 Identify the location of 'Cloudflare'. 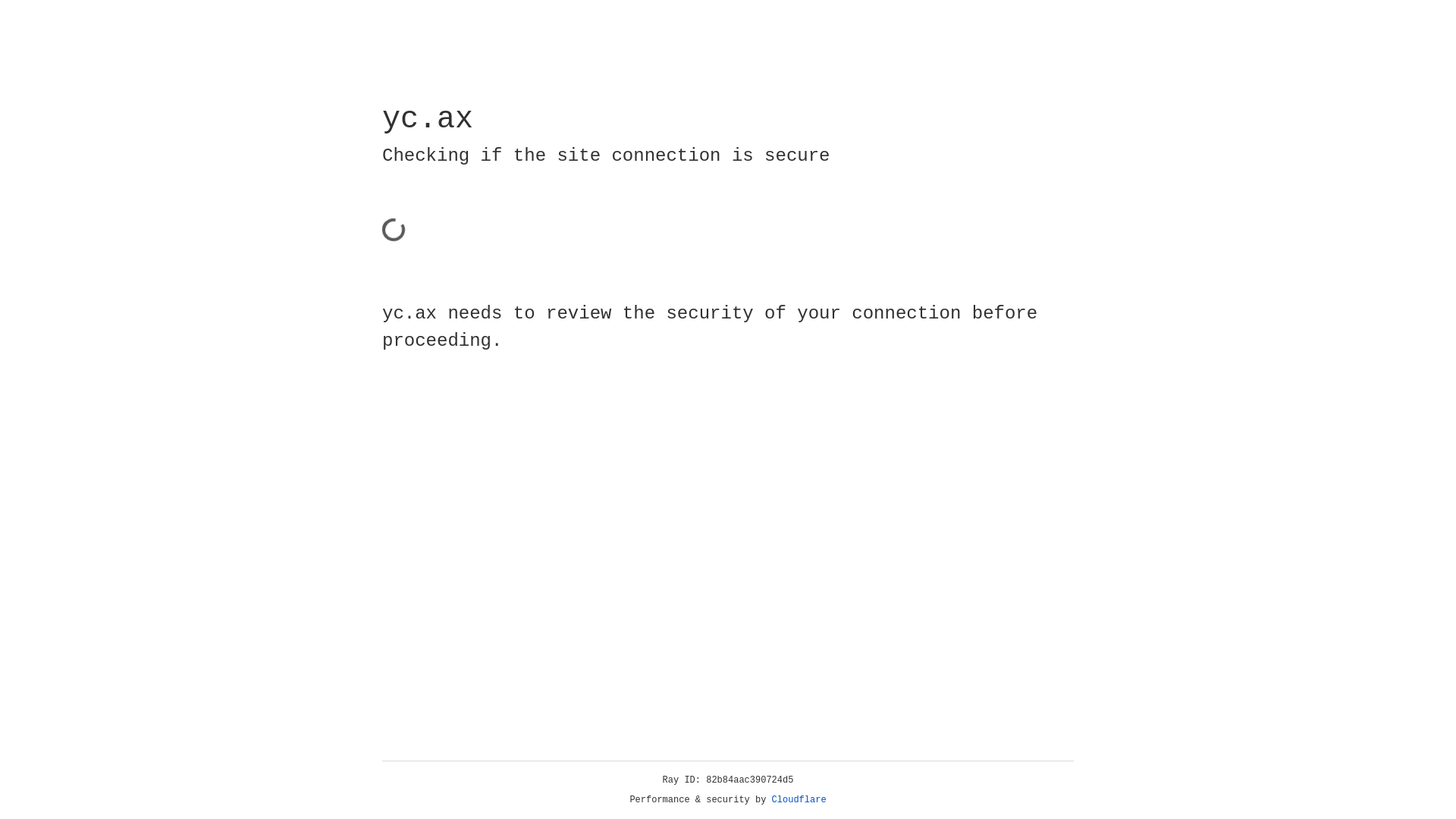
(799, 799).